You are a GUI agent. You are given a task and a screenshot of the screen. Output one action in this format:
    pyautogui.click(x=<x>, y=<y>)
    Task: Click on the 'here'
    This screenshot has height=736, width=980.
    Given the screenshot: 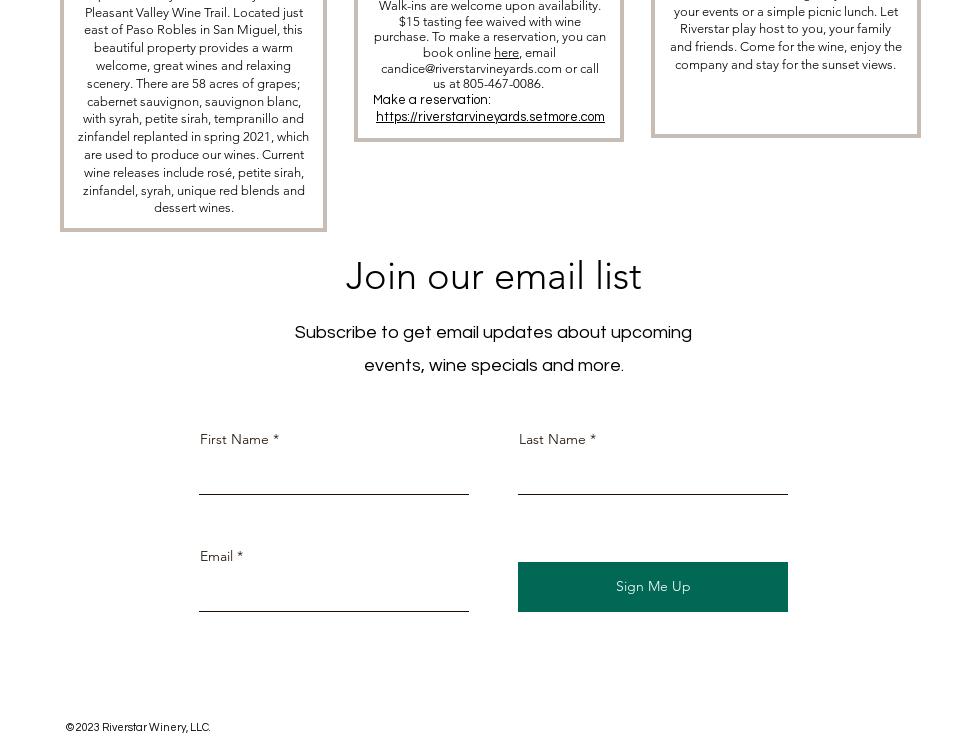 What is the action you would take?
    pyautogui.click(x=494, y=51)
    